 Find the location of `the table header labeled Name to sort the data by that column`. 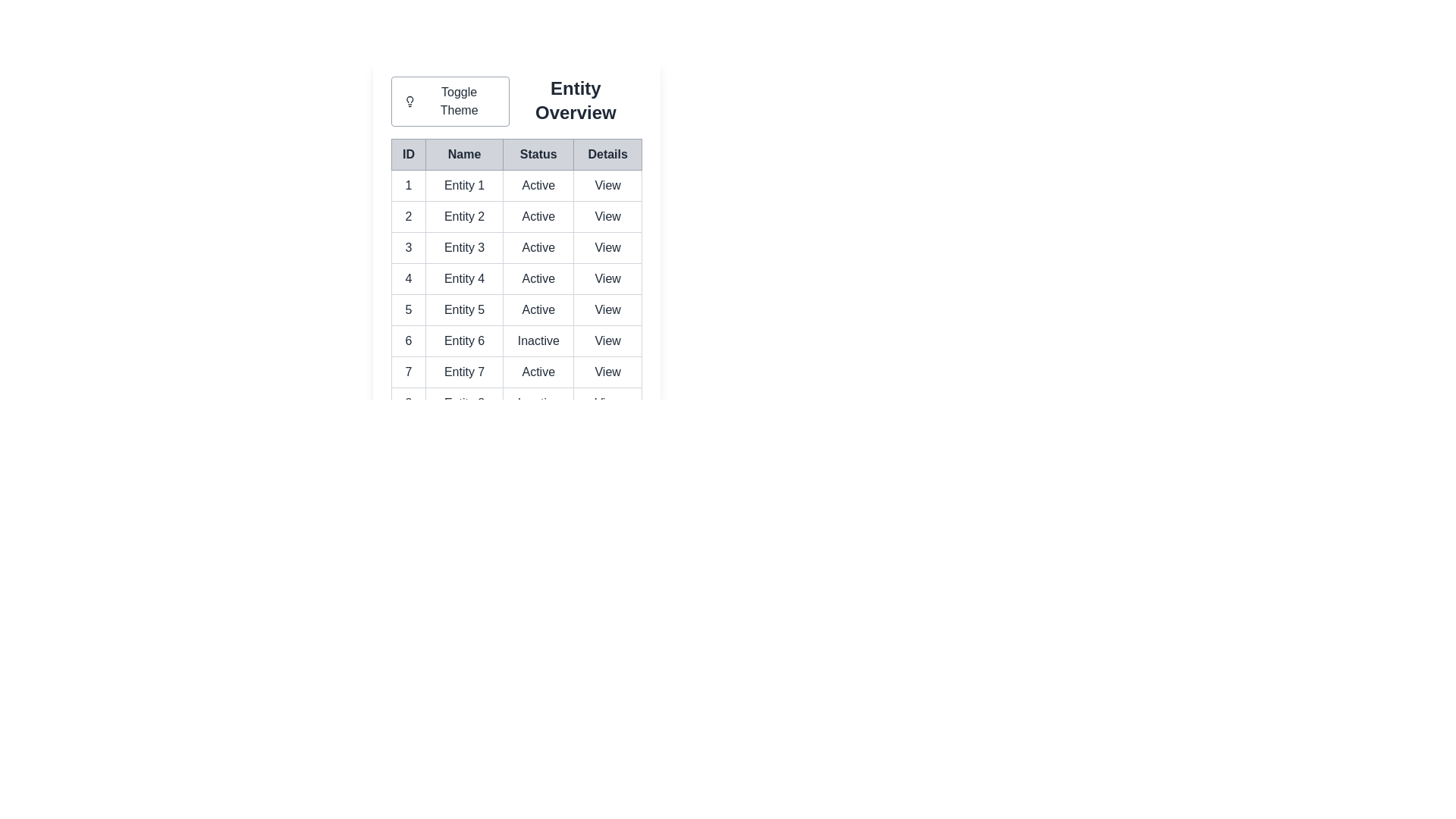

the table header labeled Name to sort the data by that column is located at coordinates (463, 155).